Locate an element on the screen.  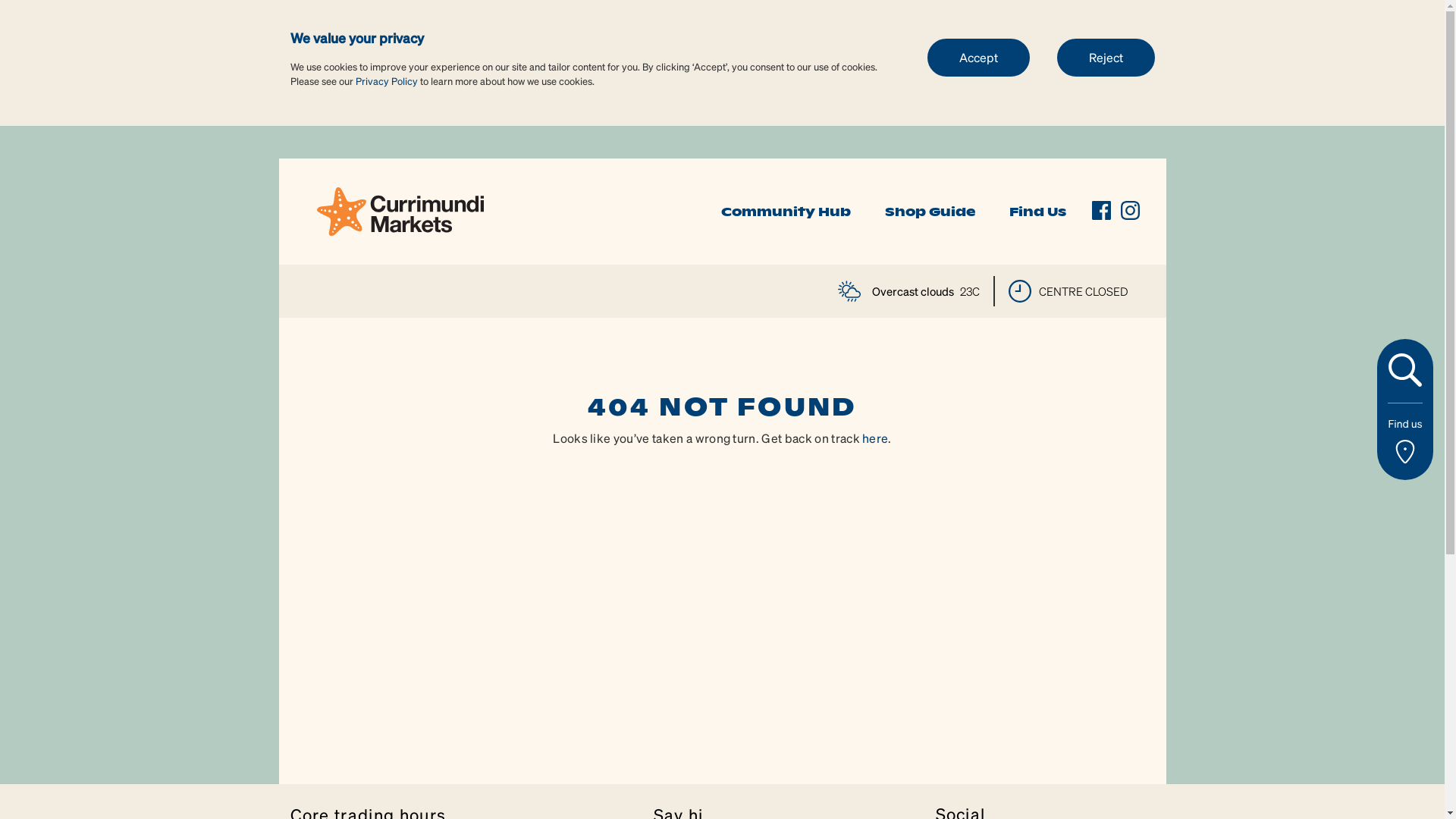
'Reject' is located at coordinates (1106, 55).